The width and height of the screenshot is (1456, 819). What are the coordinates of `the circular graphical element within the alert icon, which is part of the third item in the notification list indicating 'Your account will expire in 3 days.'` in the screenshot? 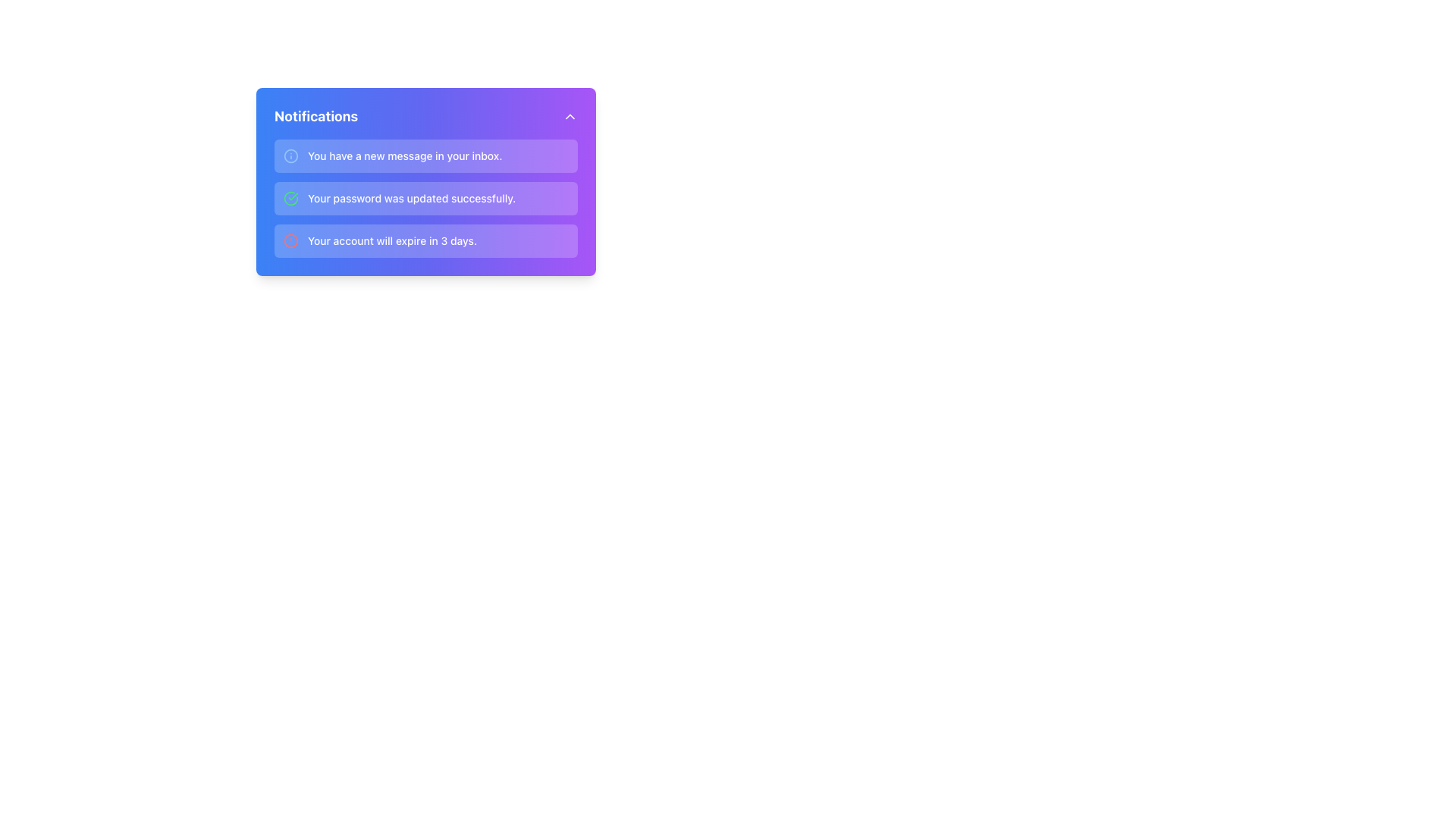 It's located at (291, 240).